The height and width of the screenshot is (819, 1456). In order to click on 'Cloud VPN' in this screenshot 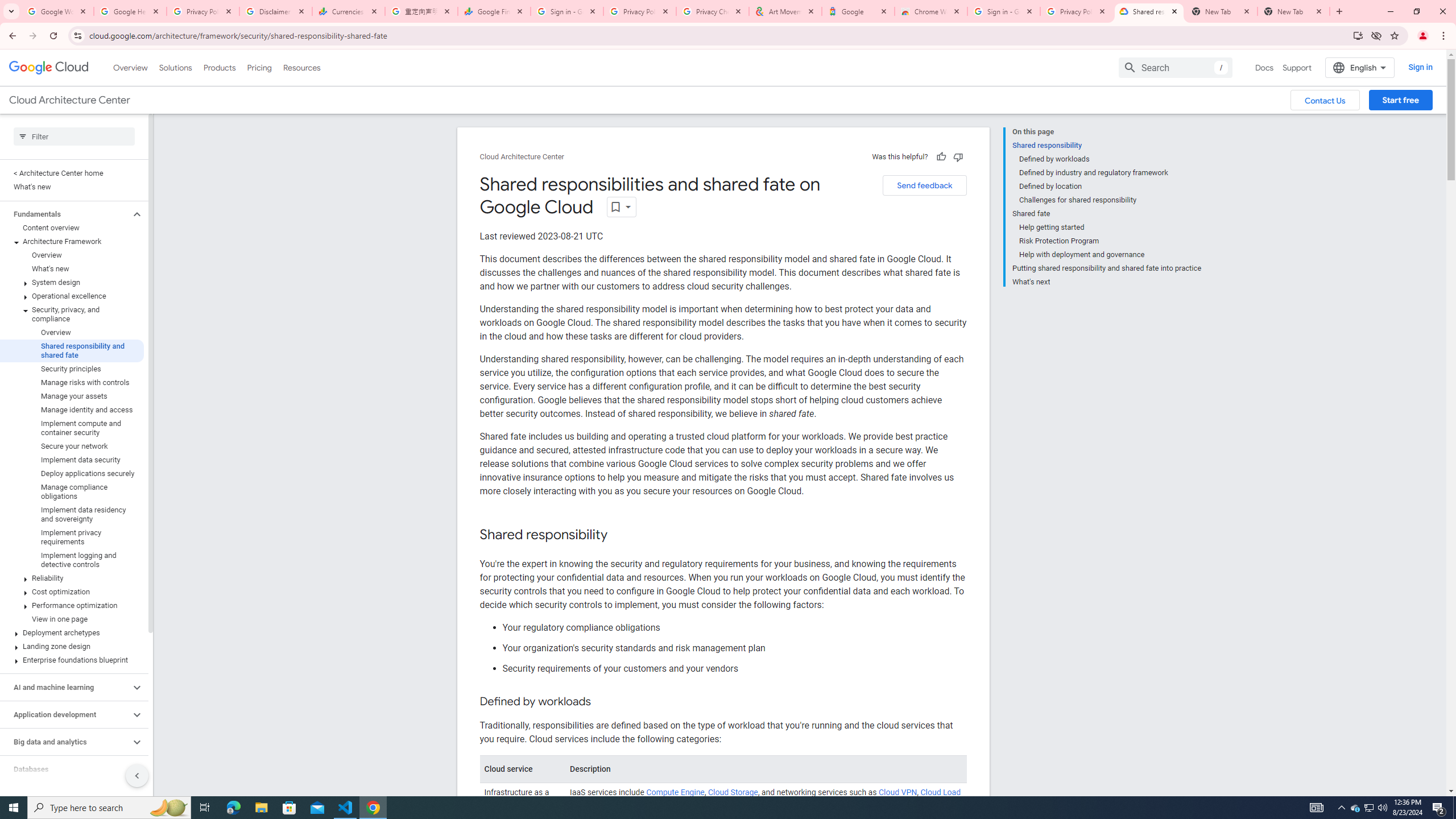, I will do `click(897, 792)`.